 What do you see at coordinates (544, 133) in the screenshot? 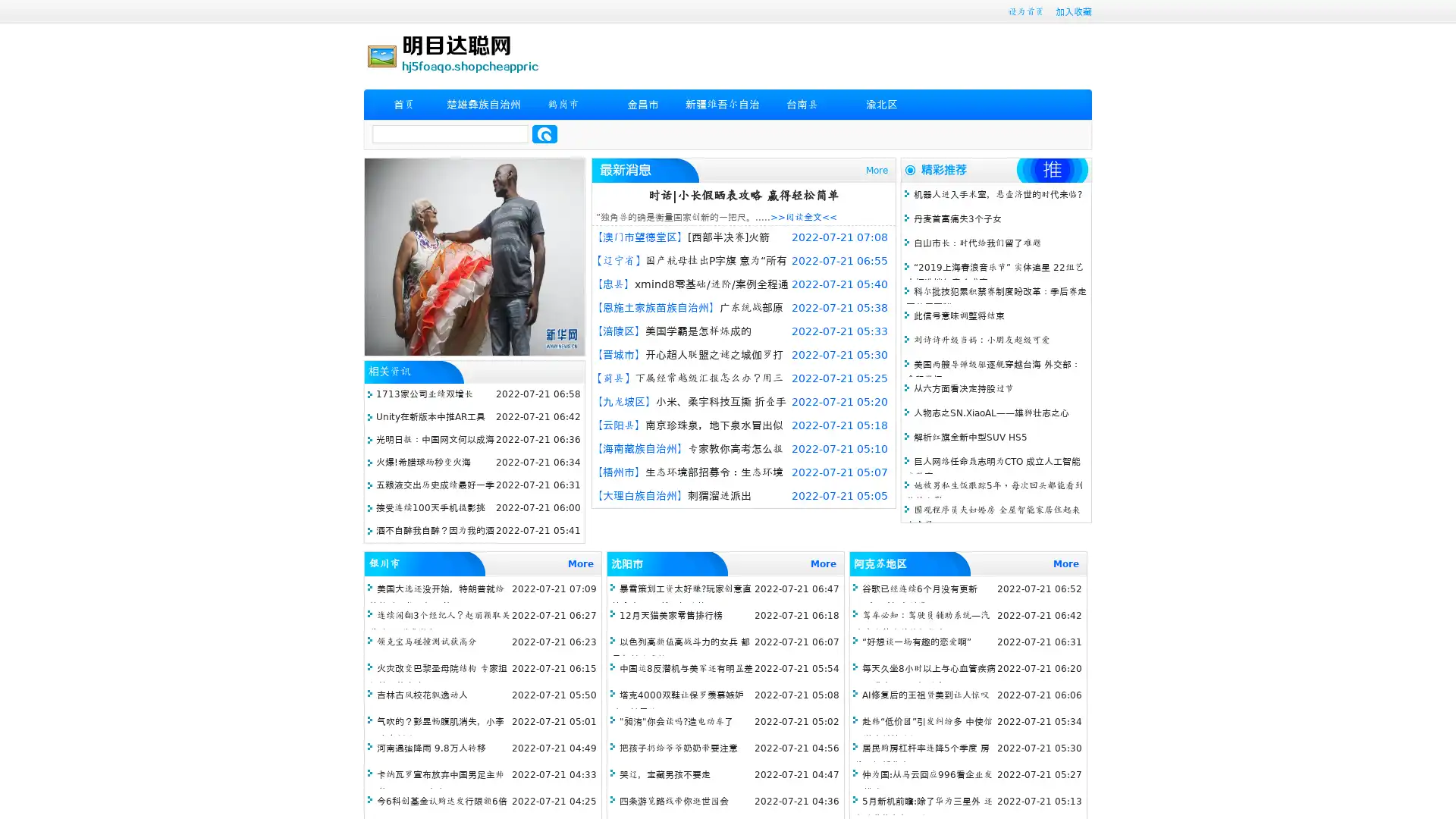
I see `Search` at bounding box center [544, 133].